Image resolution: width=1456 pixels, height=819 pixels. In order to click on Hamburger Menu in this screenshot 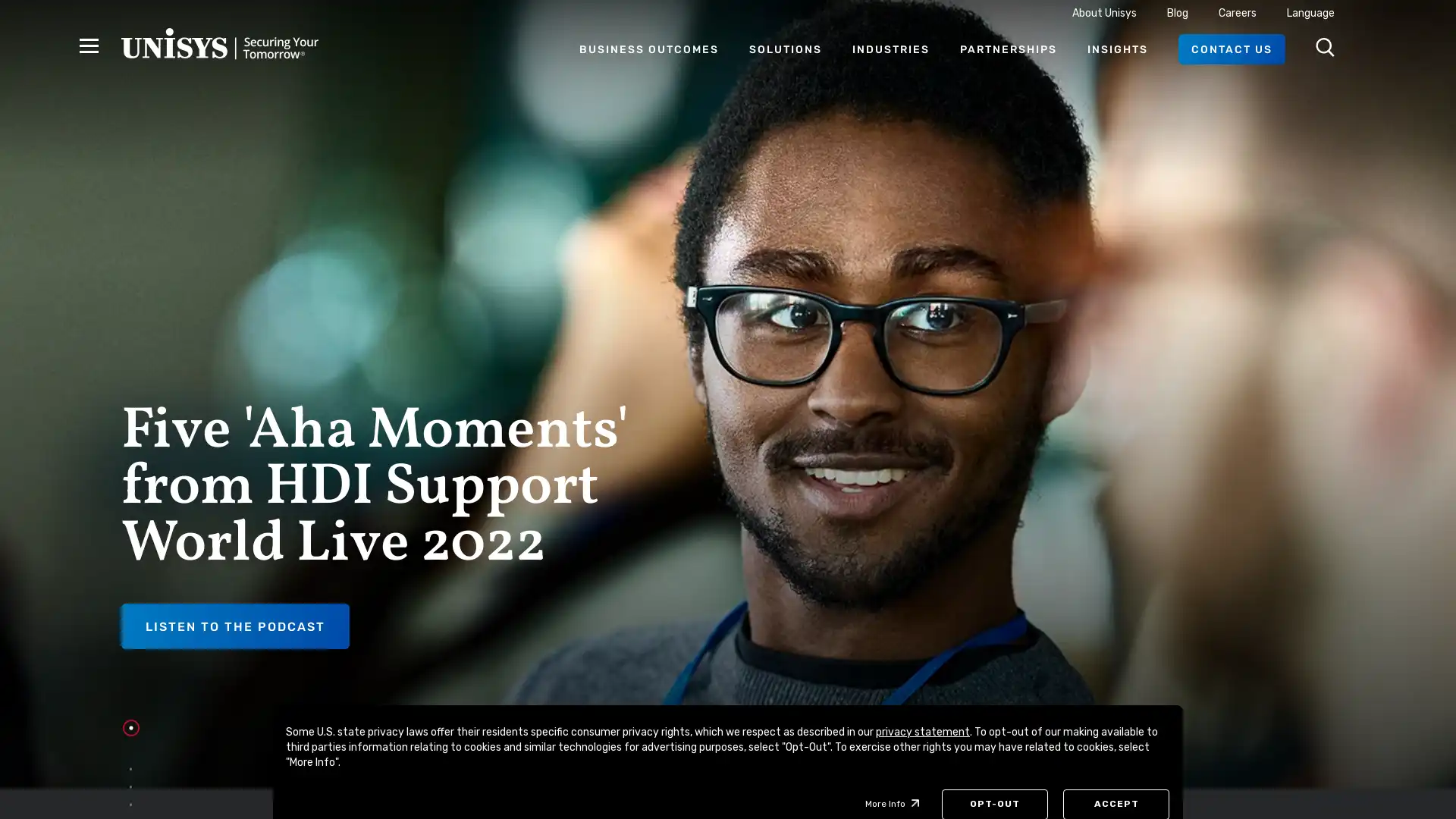, I will do `click(88, 44)`.